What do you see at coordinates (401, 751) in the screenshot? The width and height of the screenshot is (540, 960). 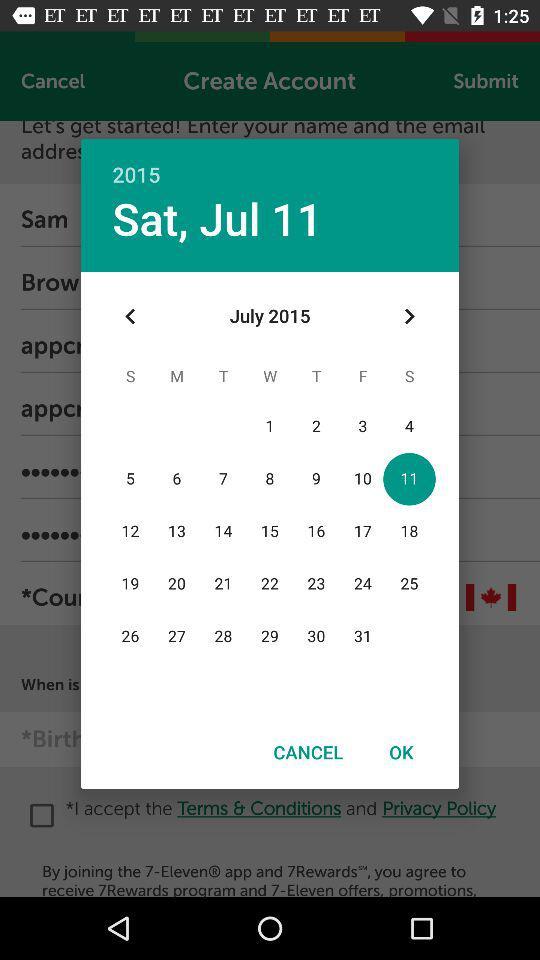 I see `the ok` at bounding box center [401, 751].